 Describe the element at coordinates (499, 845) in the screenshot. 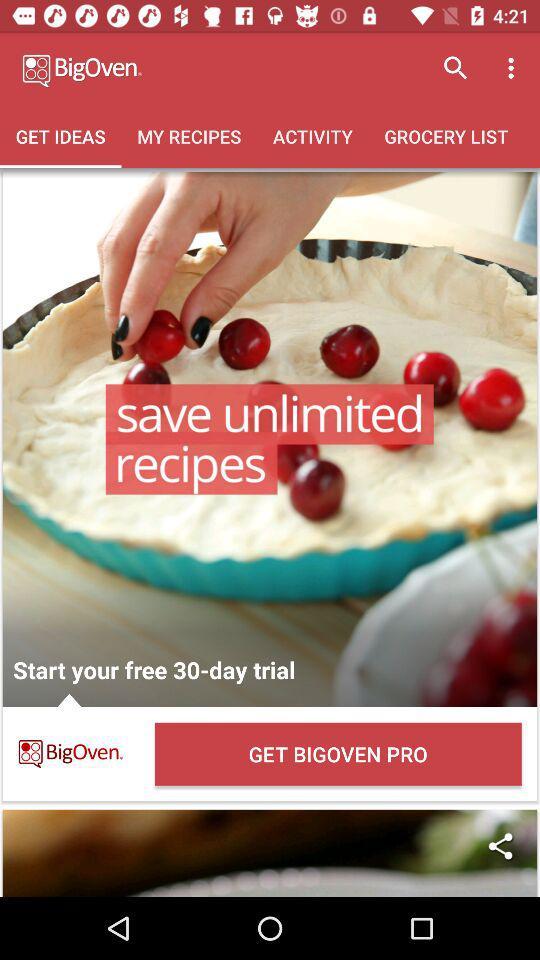

I see `icon below the get bigoven pro item` at that location.